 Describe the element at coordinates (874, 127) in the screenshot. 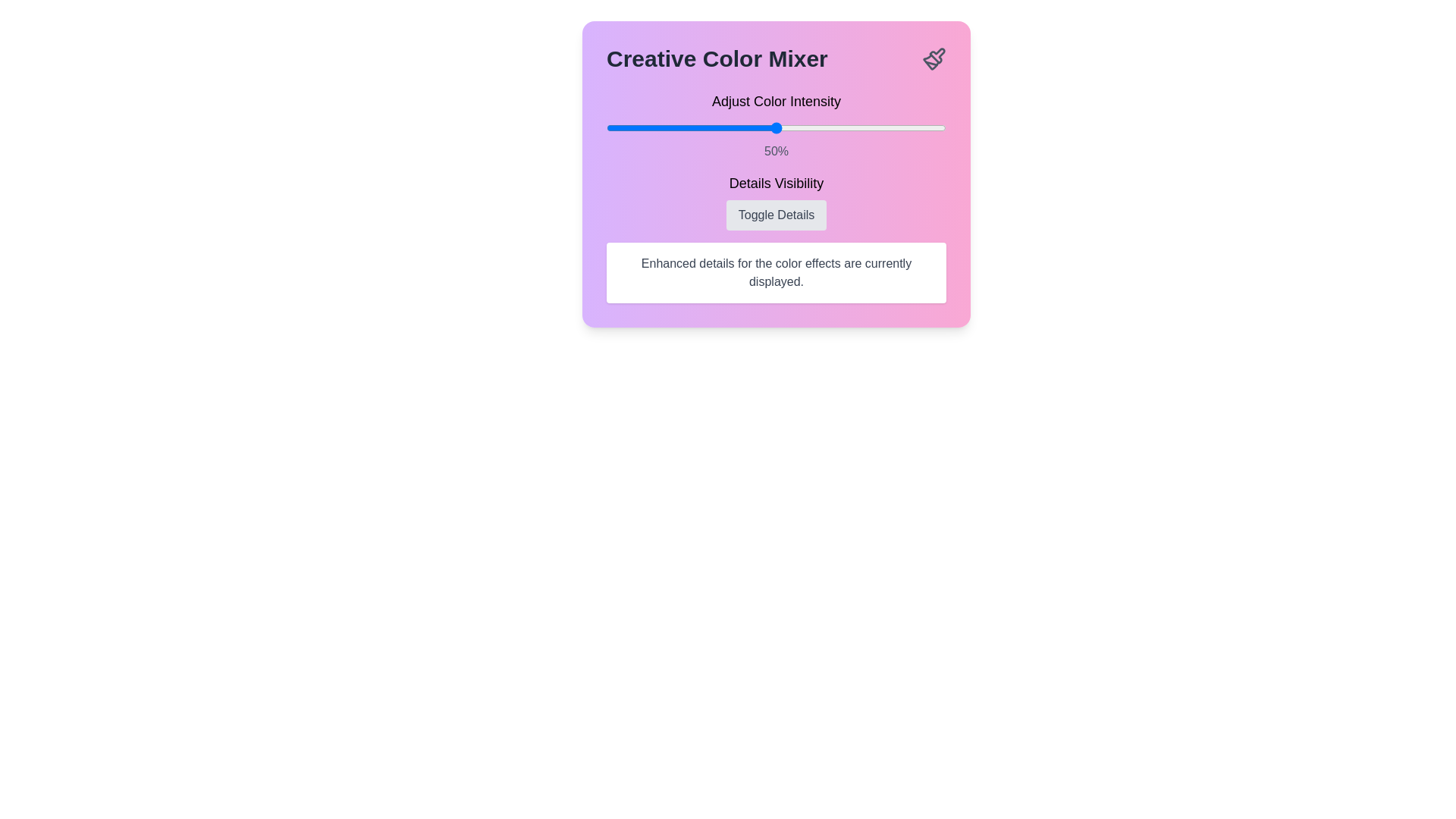

I see `the color intensity` at that location.